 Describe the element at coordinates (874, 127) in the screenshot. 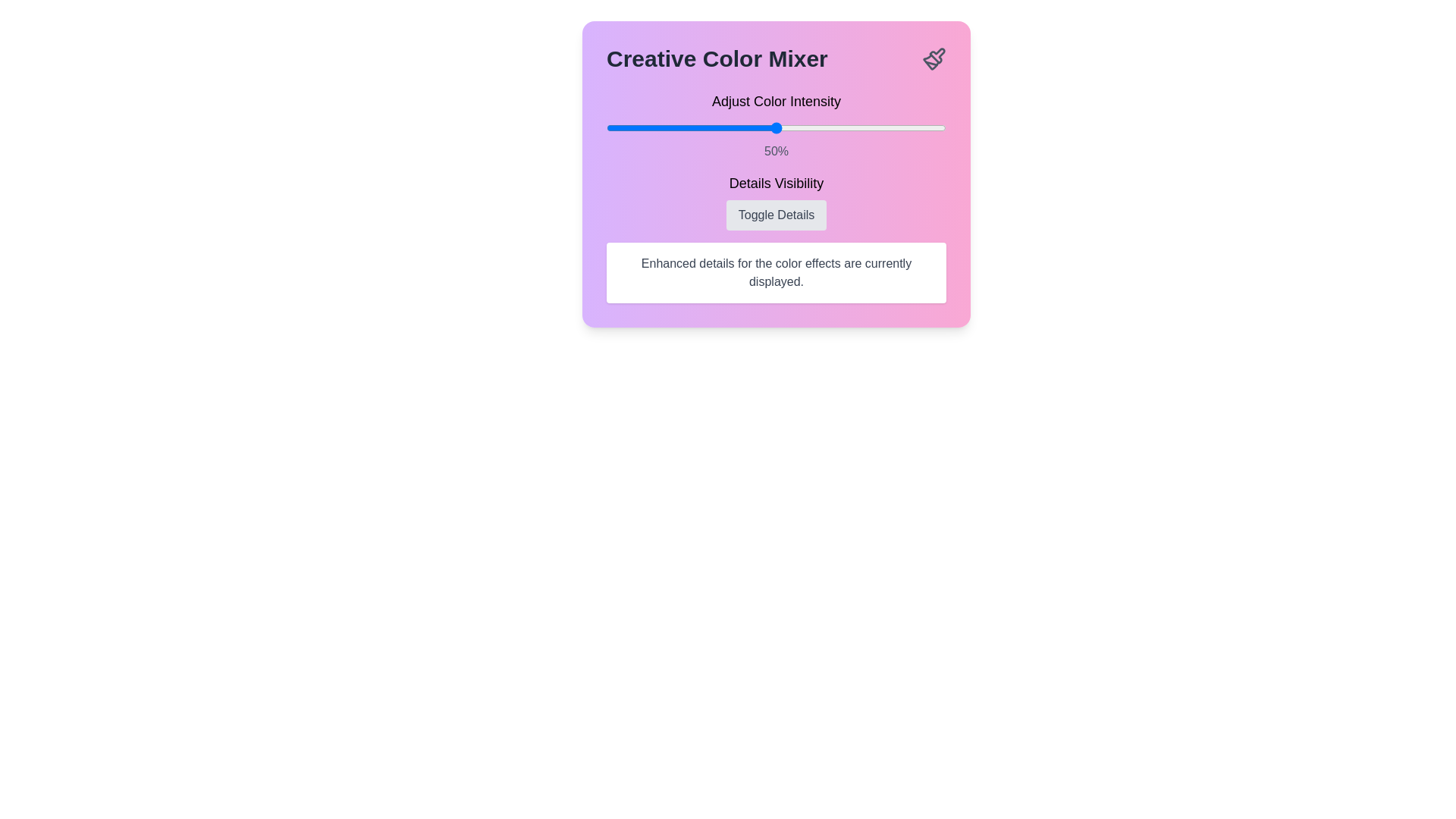

I see `the color intensity` at that location.